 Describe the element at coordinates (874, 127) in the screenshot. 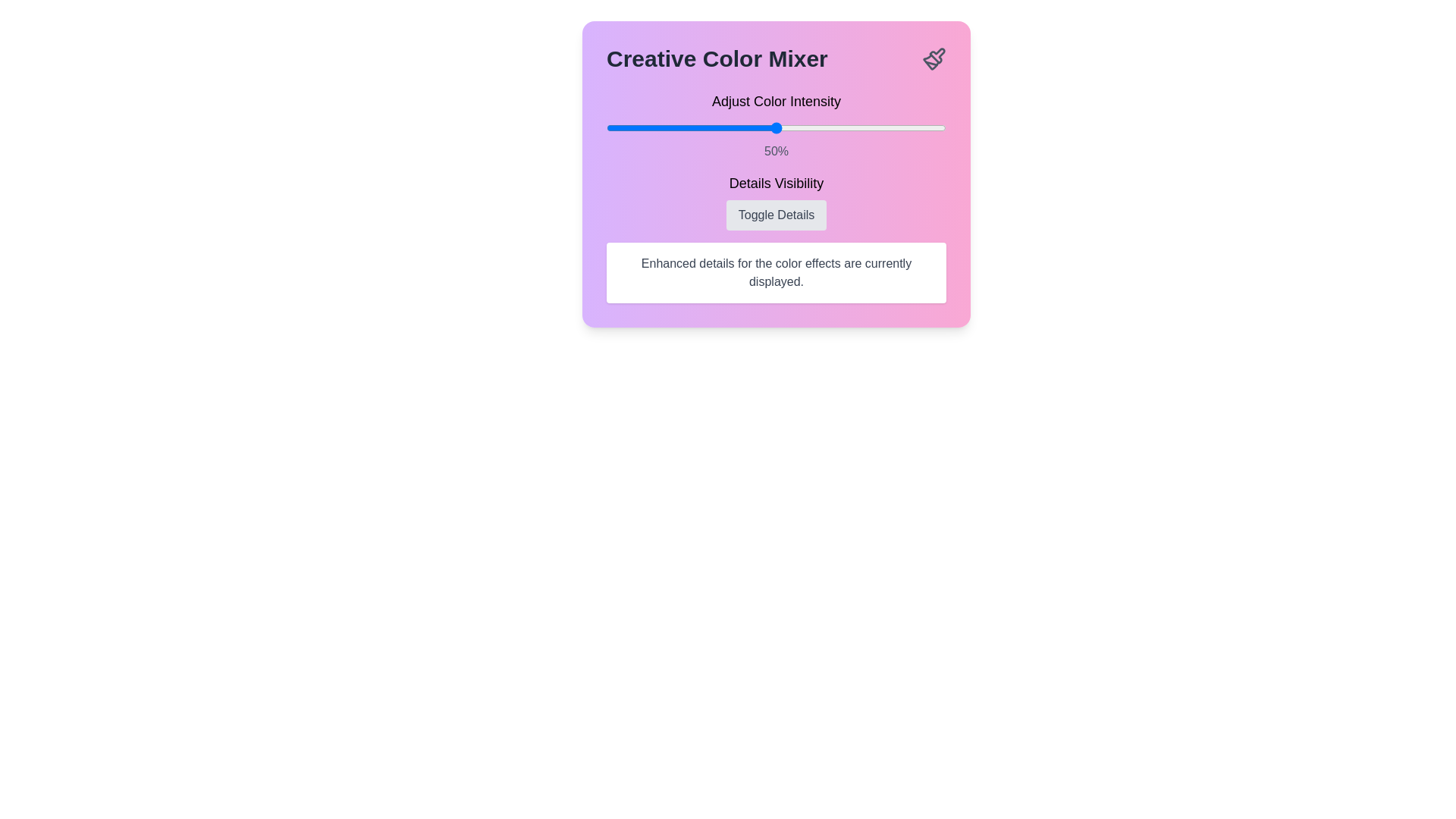

I see `the color intensity` at that location.